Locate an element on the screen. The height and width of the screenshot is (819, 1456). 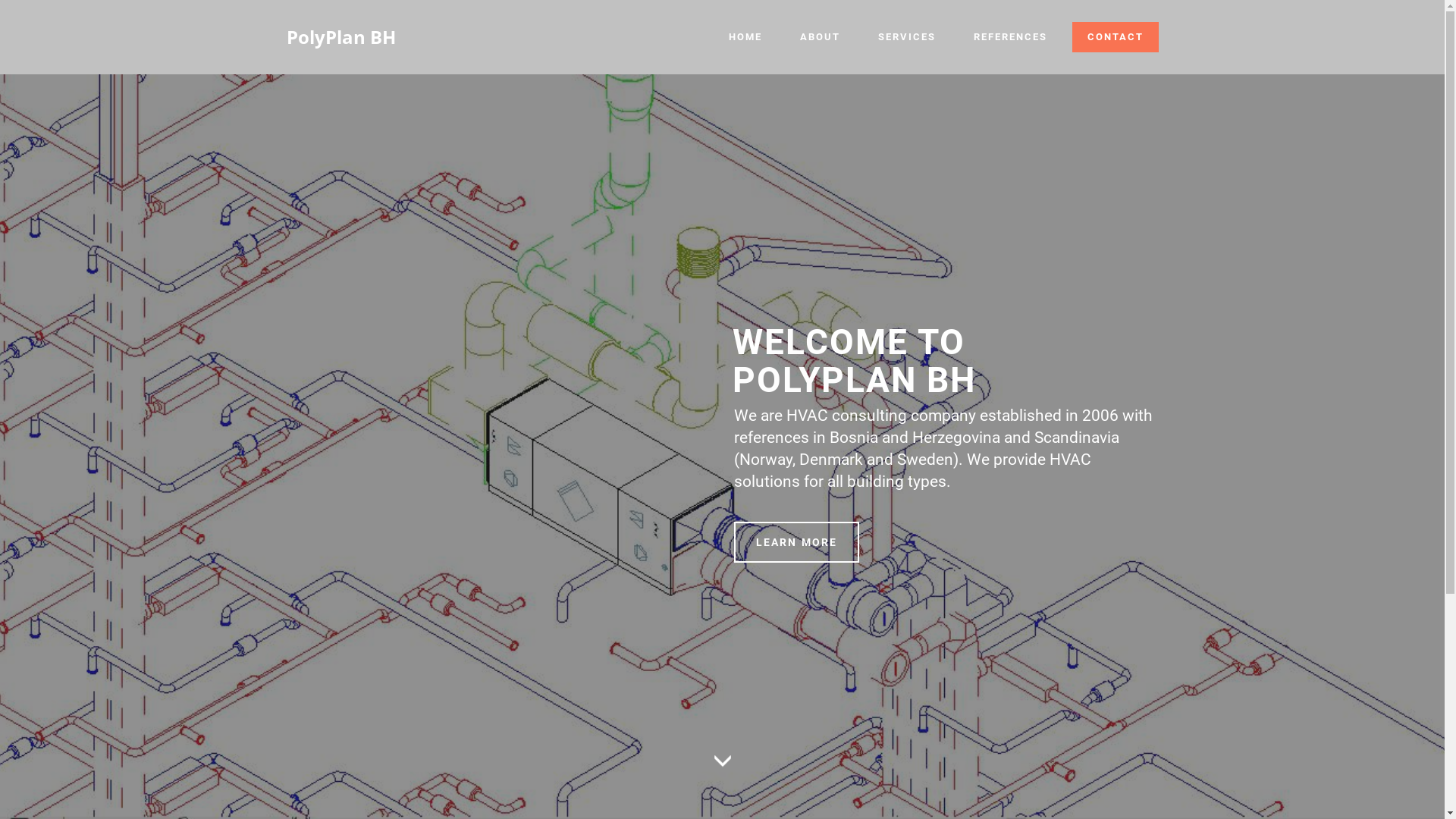
'ABOUT' is located at coordinates (818, 36).